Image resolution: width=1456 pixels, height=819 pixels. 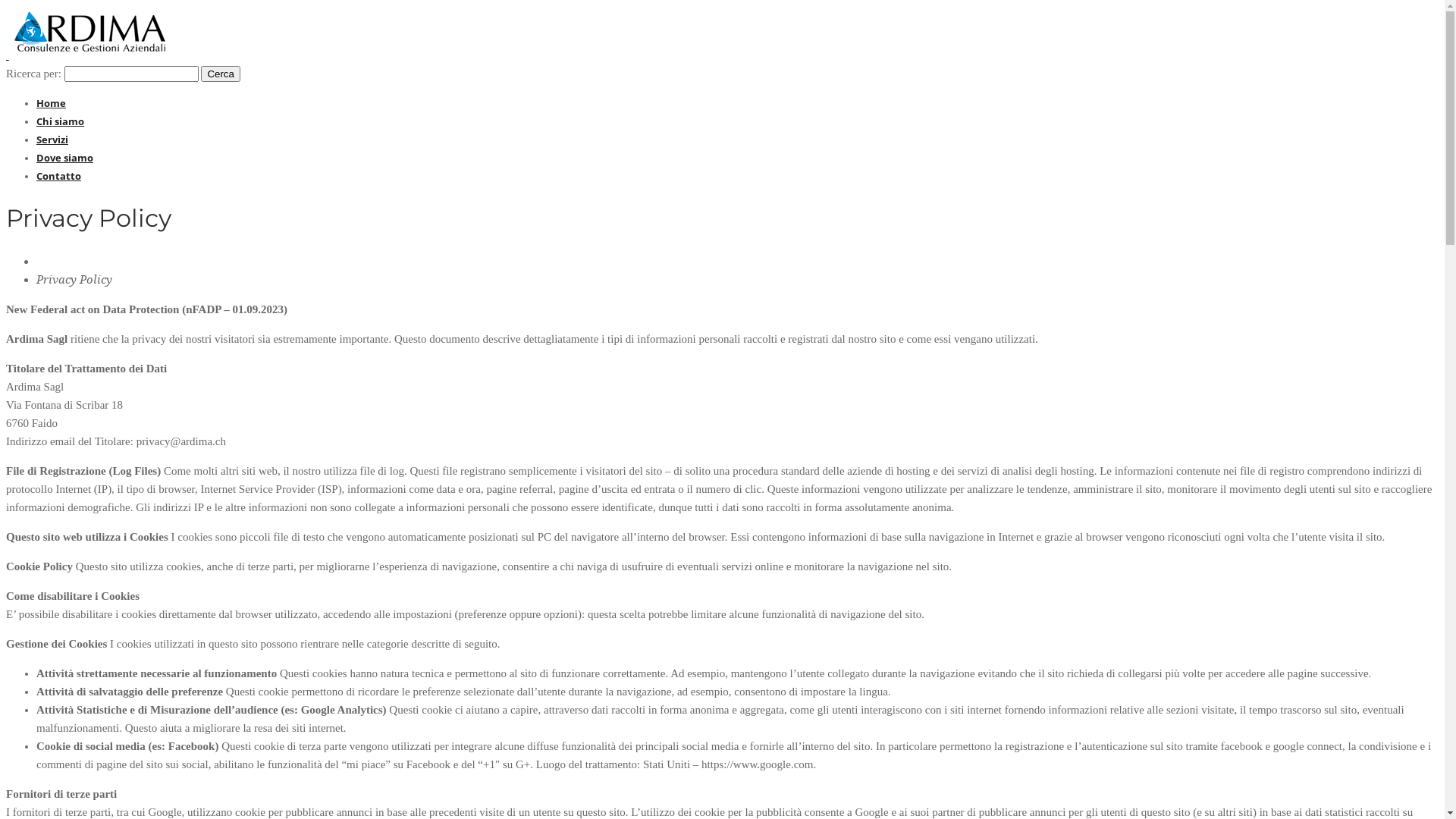 What do you see at coordinates (64, 158) in the screenshot?
I see `'Dove siamo'` at bounding box center [64, 158].